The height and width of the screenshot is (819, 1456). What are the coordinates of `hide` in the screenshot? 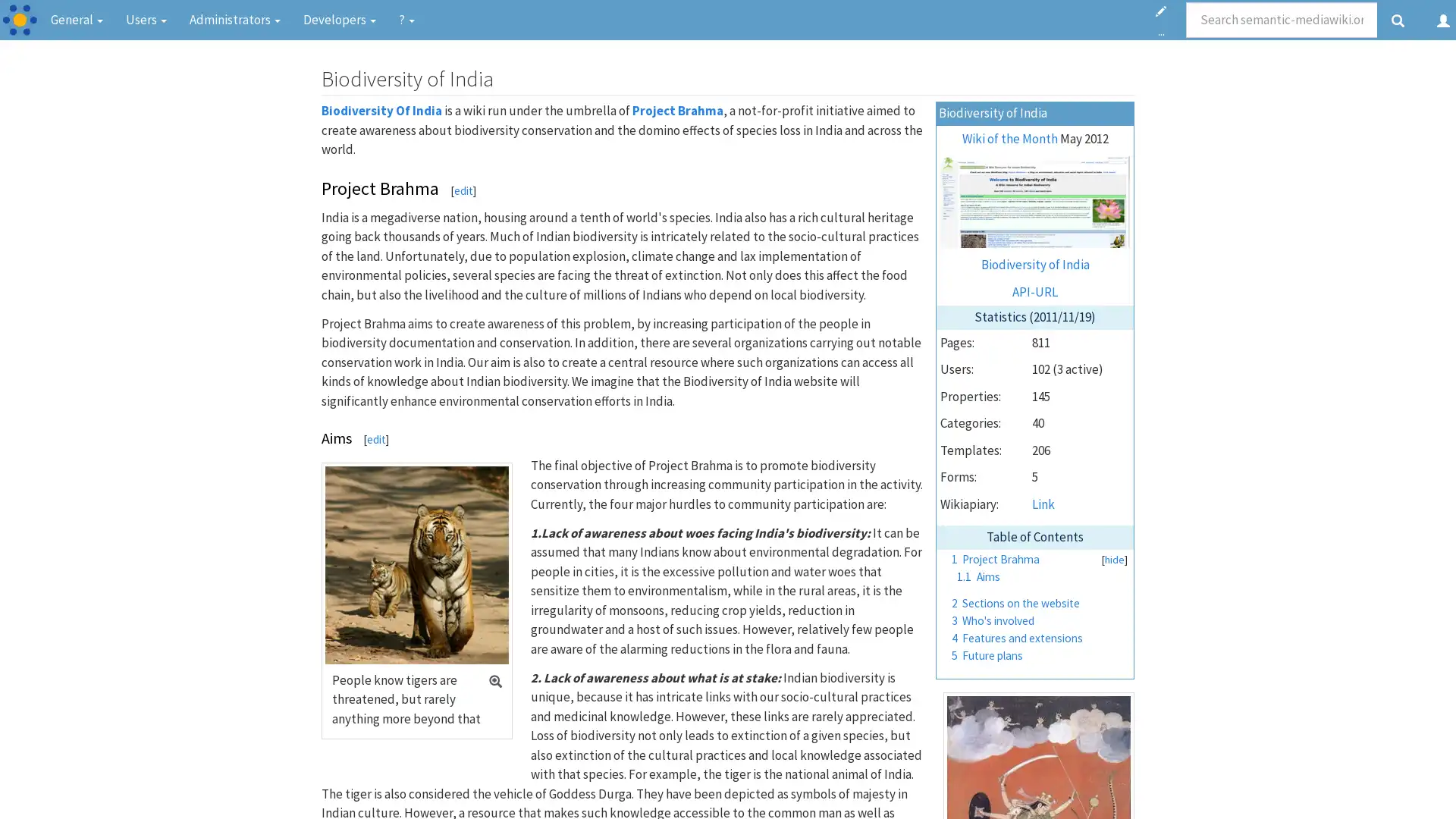 It's located at (1114, 558).